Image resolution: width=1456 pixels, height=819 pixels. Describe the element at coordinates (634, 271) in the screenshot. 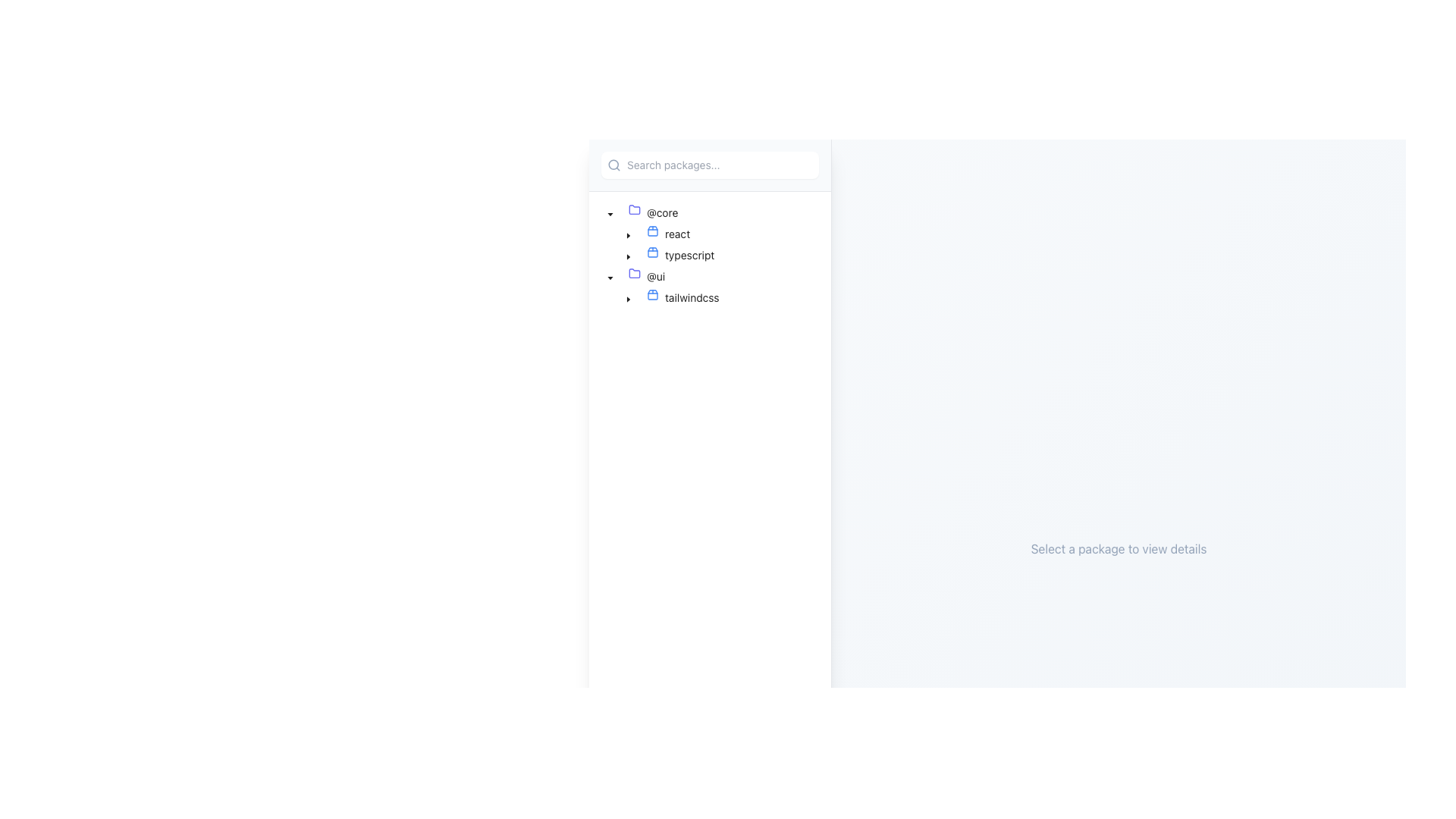

I see `the purple folder icon located within the '@ui' folder group, positioned to the left of the folder title, as it is the first icon in this group` at that location.